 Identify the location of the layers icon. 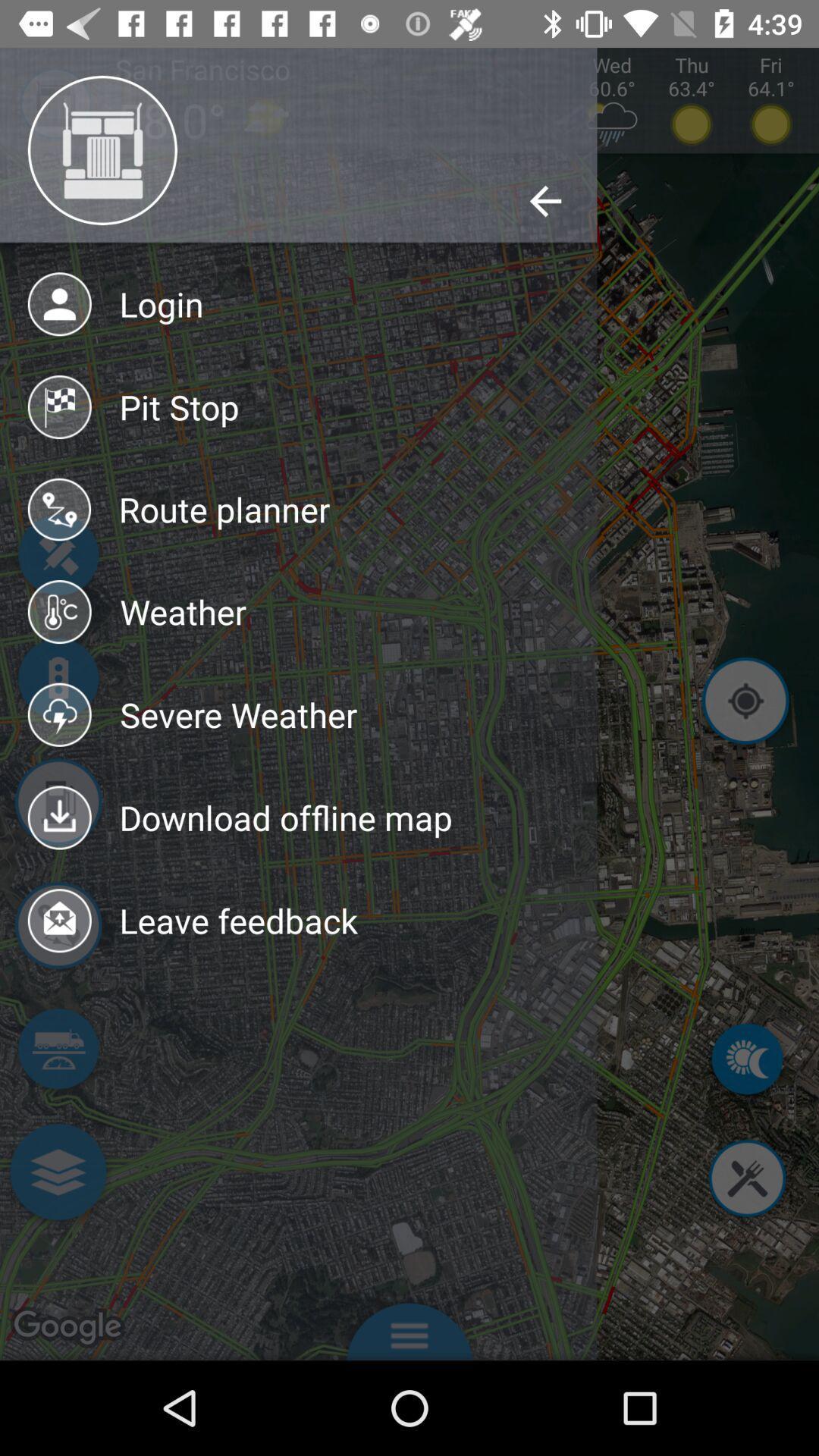
(57, 1174).